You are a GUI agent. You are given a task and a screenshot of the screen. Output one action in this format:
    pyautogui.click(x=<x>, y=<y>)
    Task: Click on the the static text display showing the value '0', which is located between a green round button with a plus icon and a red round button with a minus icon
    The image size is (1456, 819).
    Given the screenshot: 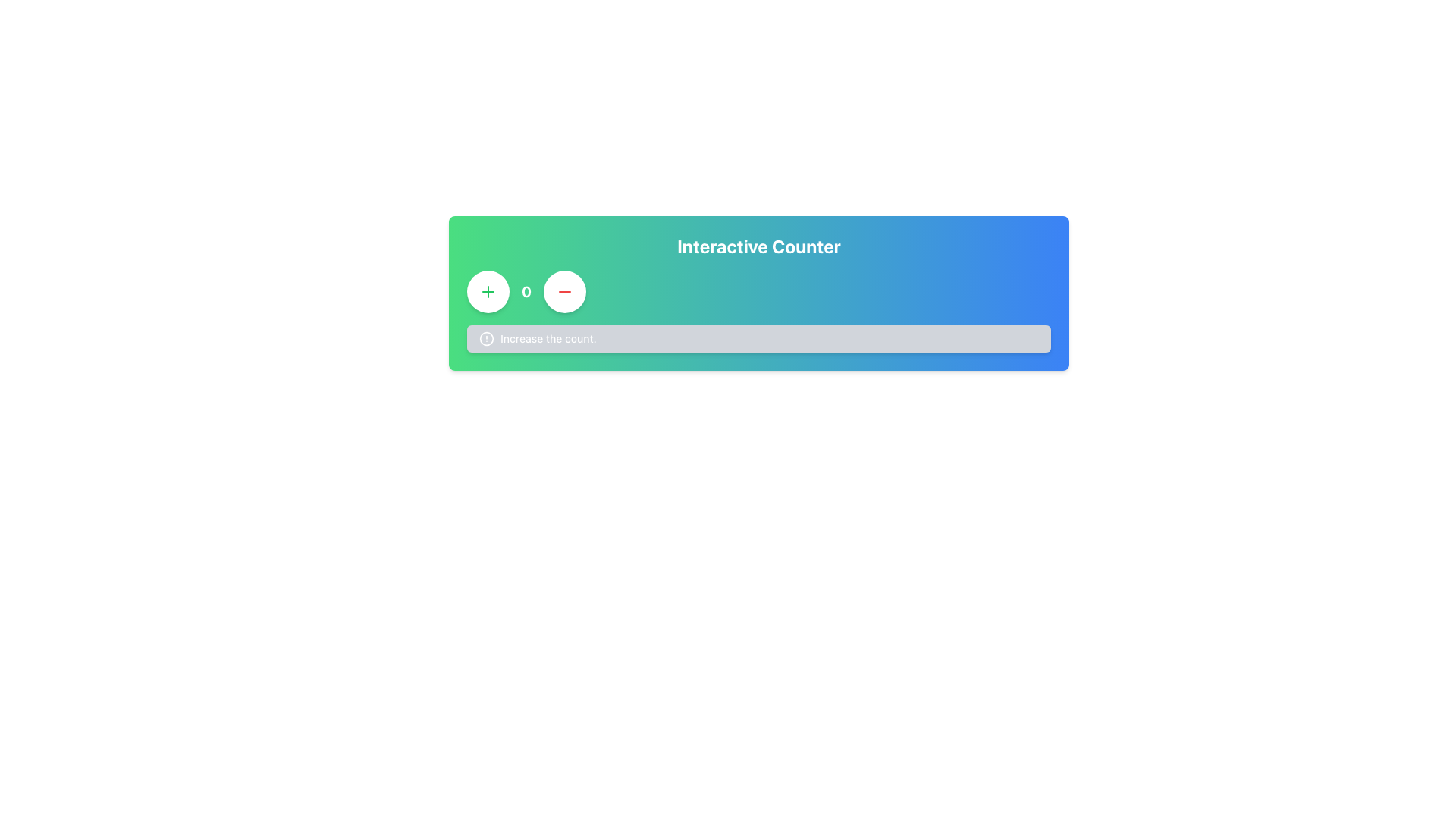 What is the action you would take?
    pyautogui.click(x=526, y=292)
    